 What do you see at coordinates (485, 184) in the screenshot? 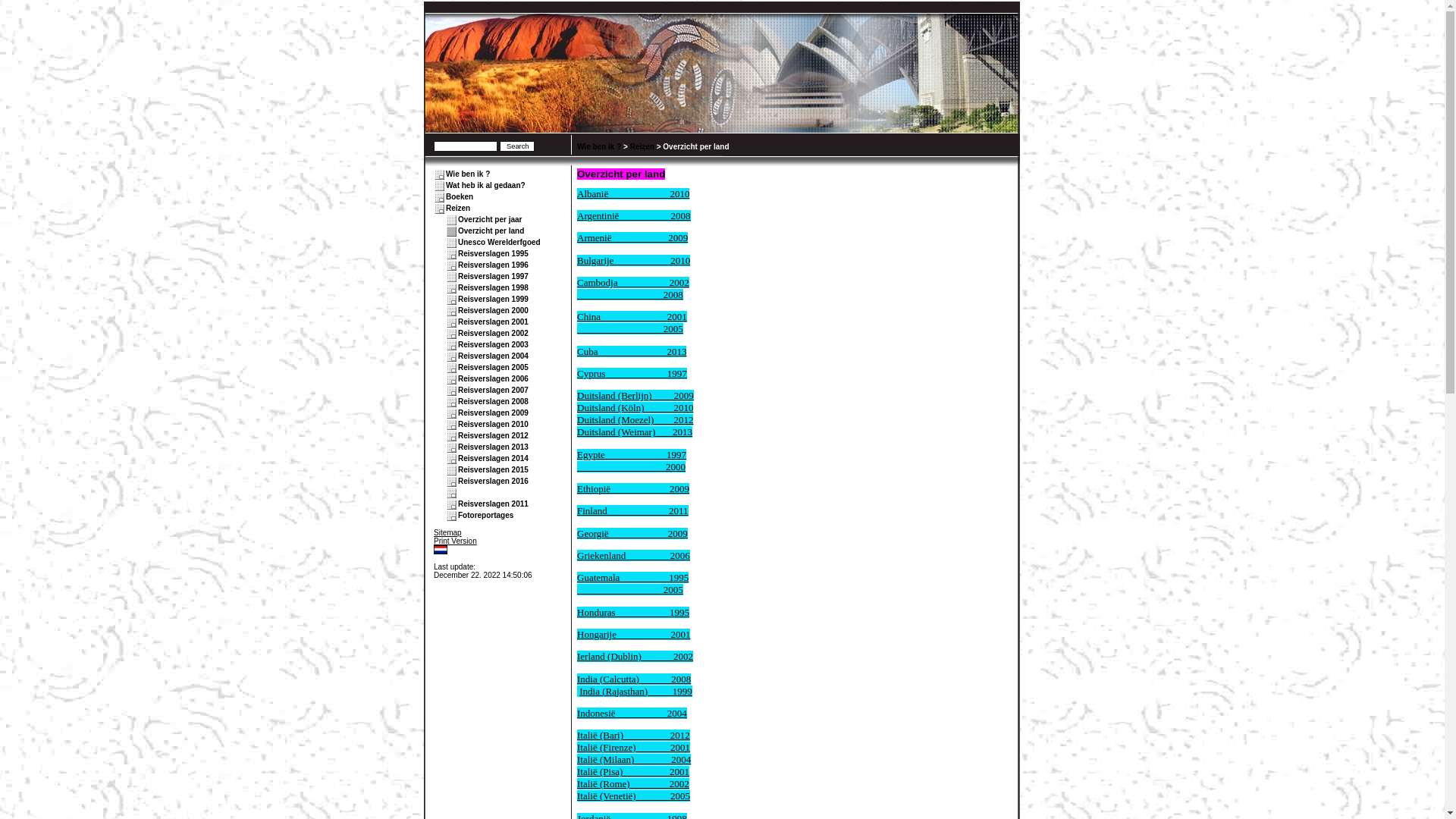
I see `'Wat heb ik al gedaan?'` at bounding box center [485, 184].